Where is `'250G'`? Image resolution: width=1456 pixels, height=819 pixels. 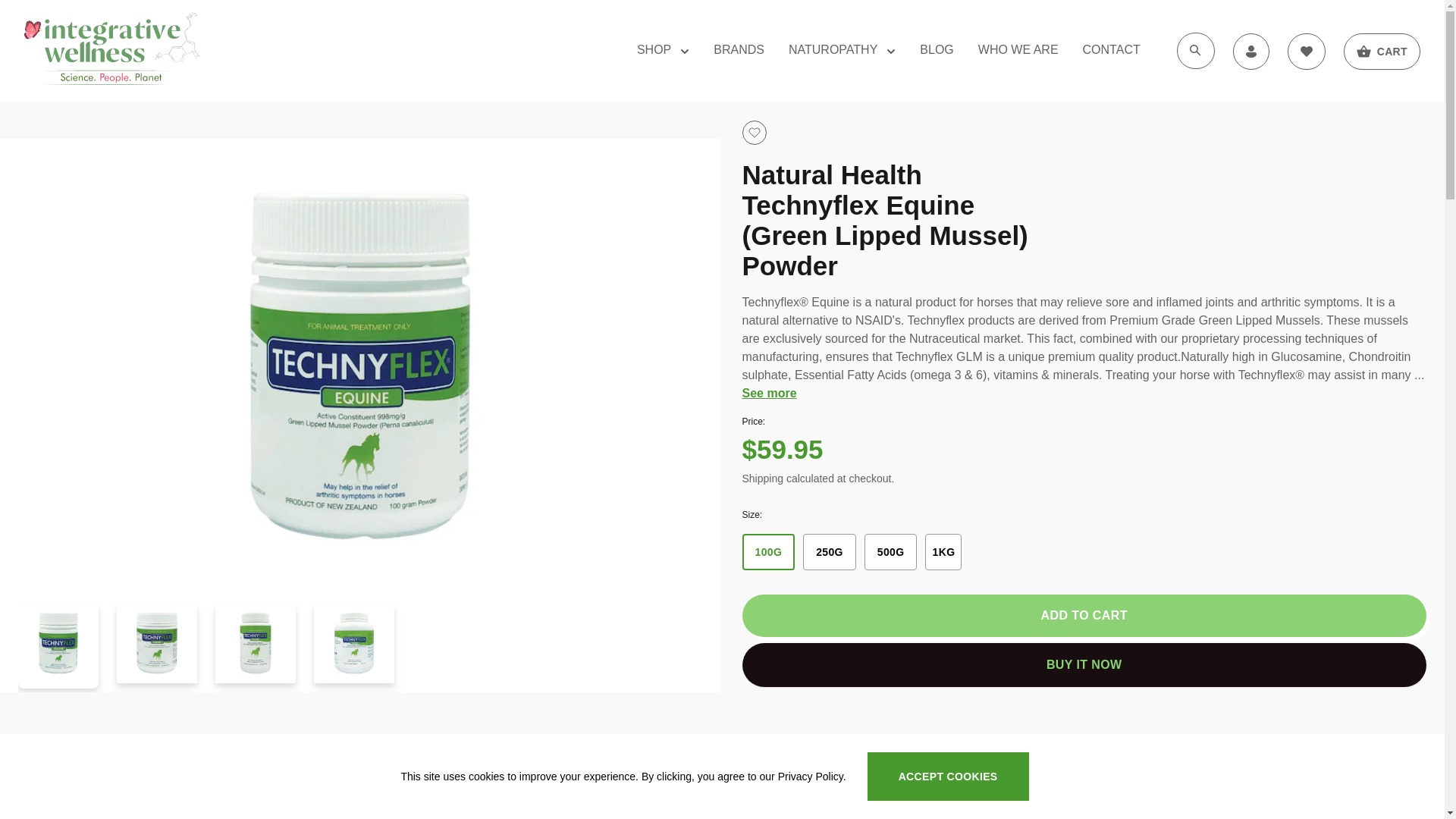 '250G' is located at coordinates (829, 552).